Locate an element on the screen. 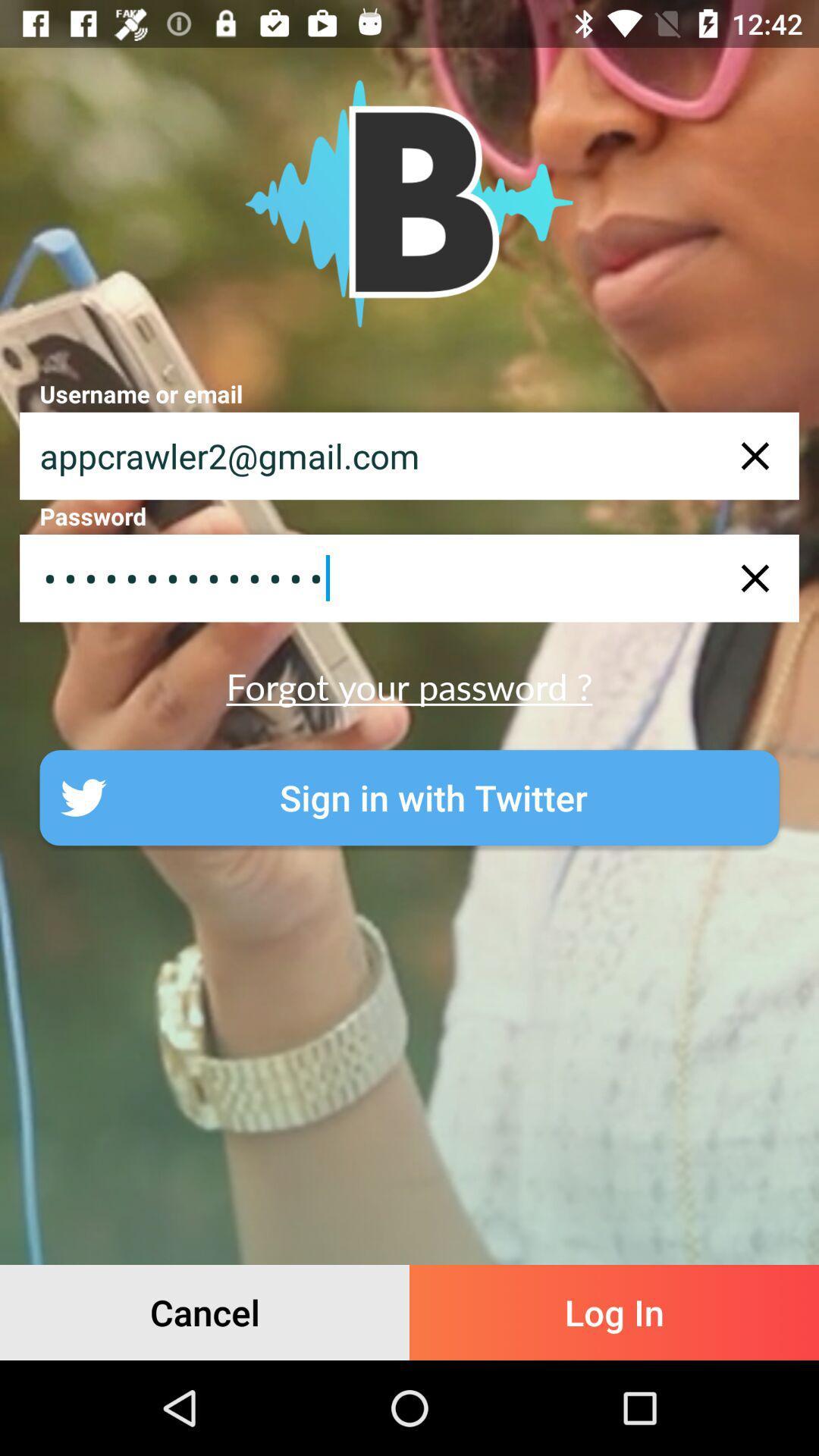 This screenshot has height=1456, width=819. log in item is located at coordinates (614, 1312).